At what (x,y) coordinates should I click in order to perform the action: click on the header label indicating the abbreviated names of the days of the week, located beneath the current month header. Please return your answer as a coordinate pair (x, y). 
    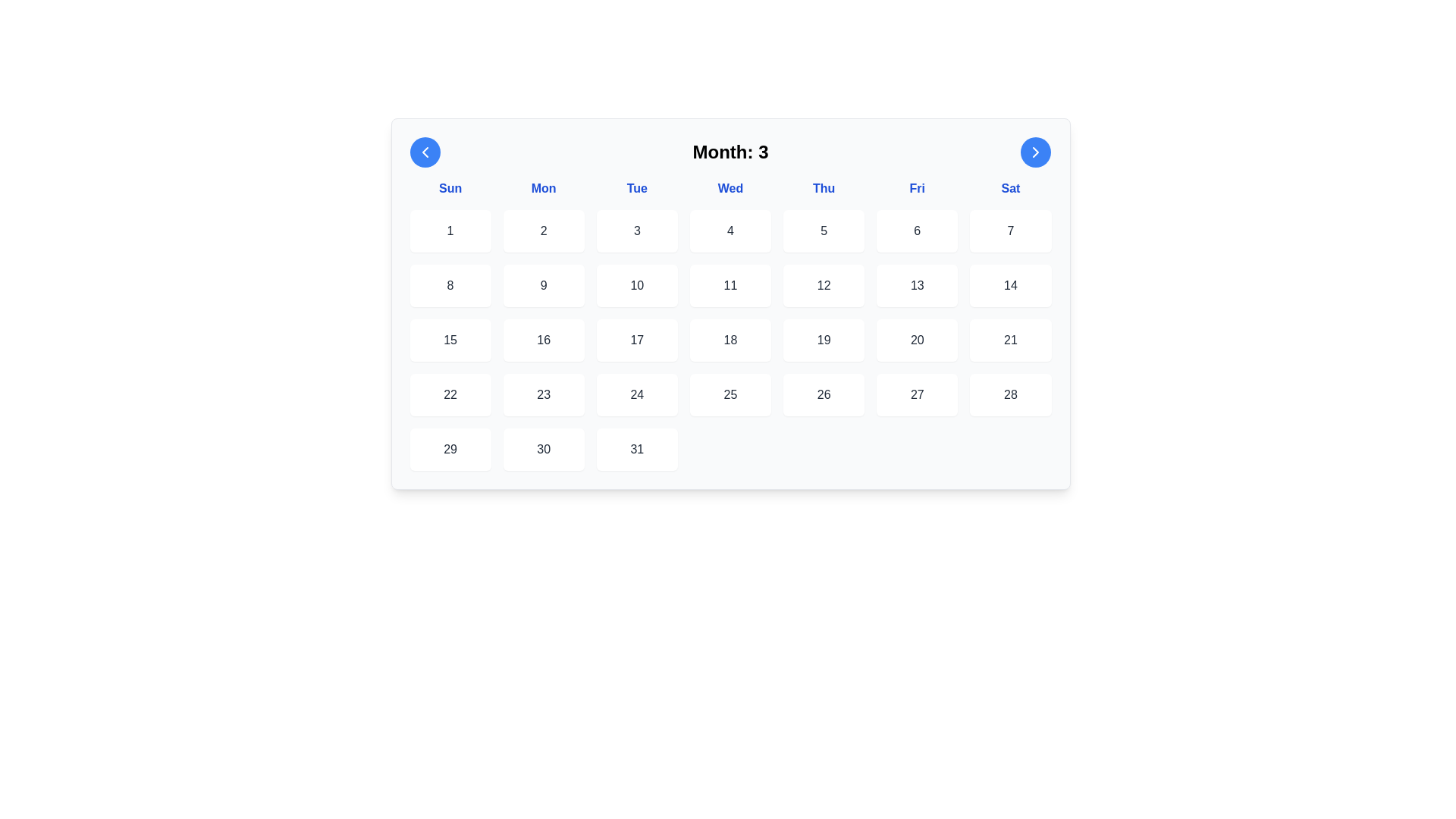
    Looking at the image, I should click on (730, 188).